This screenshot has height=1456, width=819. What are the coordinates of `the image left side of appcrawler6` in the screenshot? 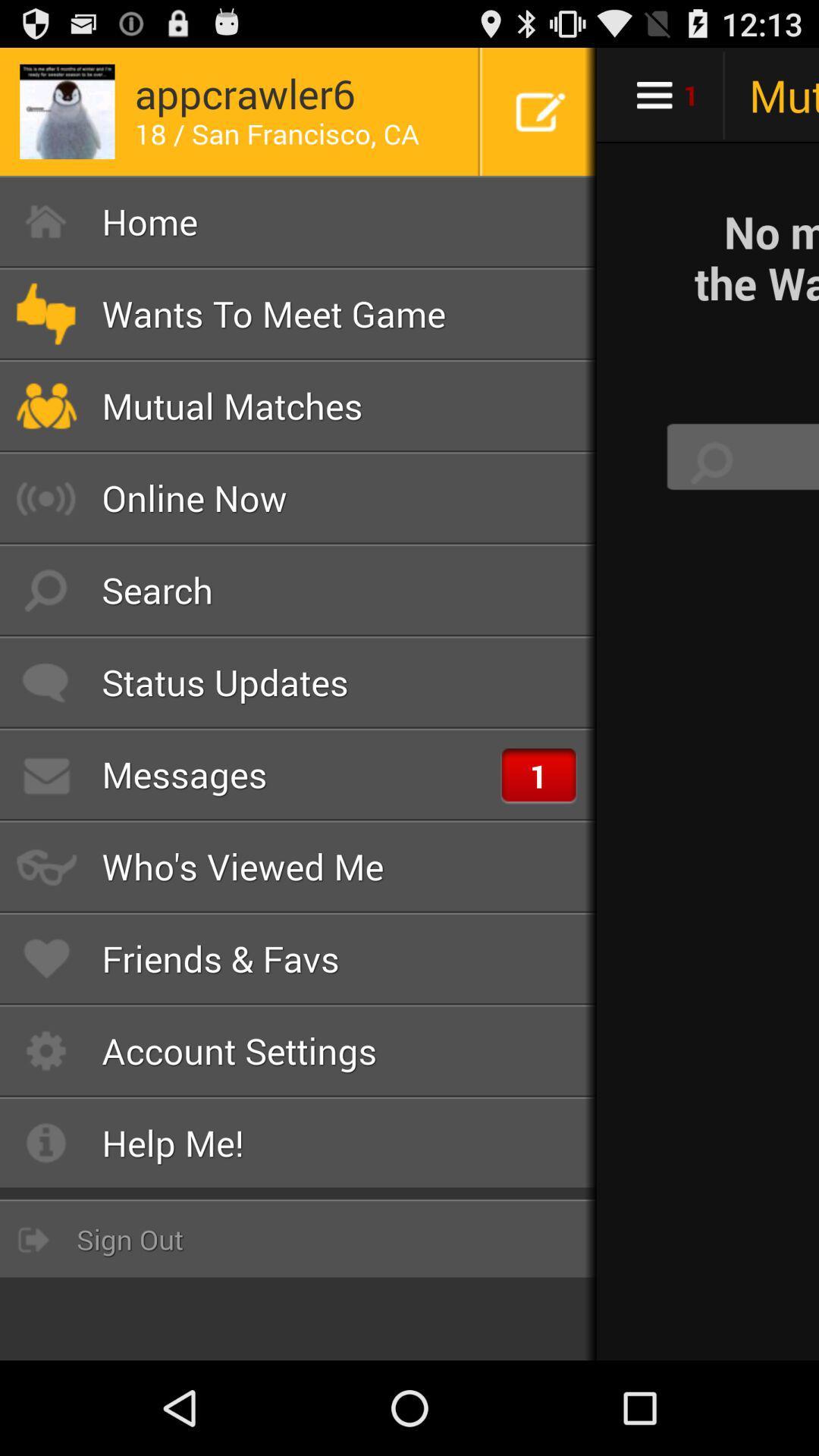 It's located at (66, 111).